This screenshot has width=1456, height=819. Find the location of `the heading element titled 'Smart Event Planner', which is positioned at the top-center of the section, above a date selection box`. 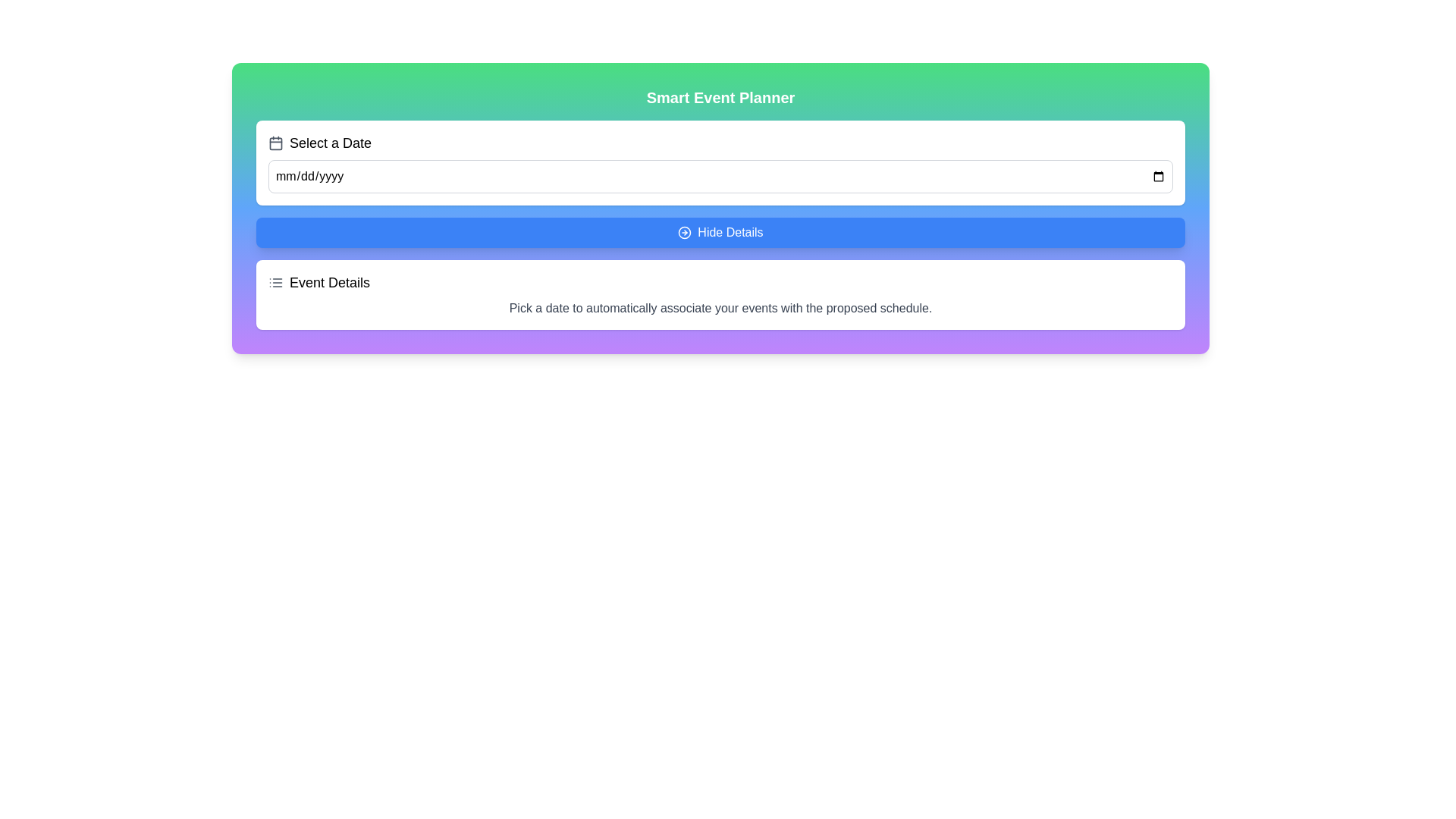

the heading element titled 'Smart Event Planner', which is positioned at the top-center of the section, above a date selection box is located at coordinates (720, 97).